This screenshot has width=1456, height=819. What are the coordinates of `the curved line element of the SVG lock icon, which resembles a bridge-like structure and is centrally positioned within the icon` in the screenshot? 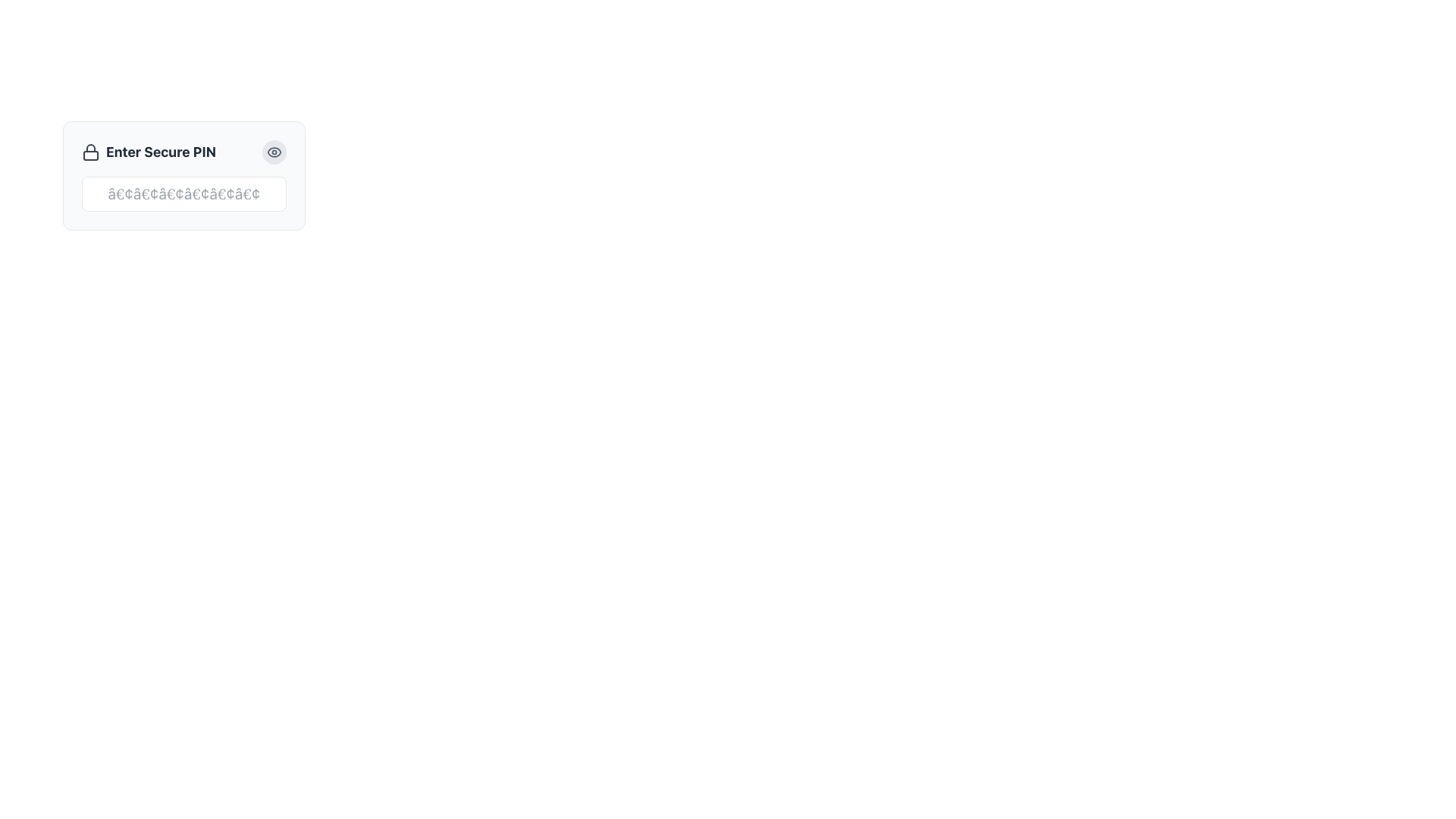 It's located at (90, 148).